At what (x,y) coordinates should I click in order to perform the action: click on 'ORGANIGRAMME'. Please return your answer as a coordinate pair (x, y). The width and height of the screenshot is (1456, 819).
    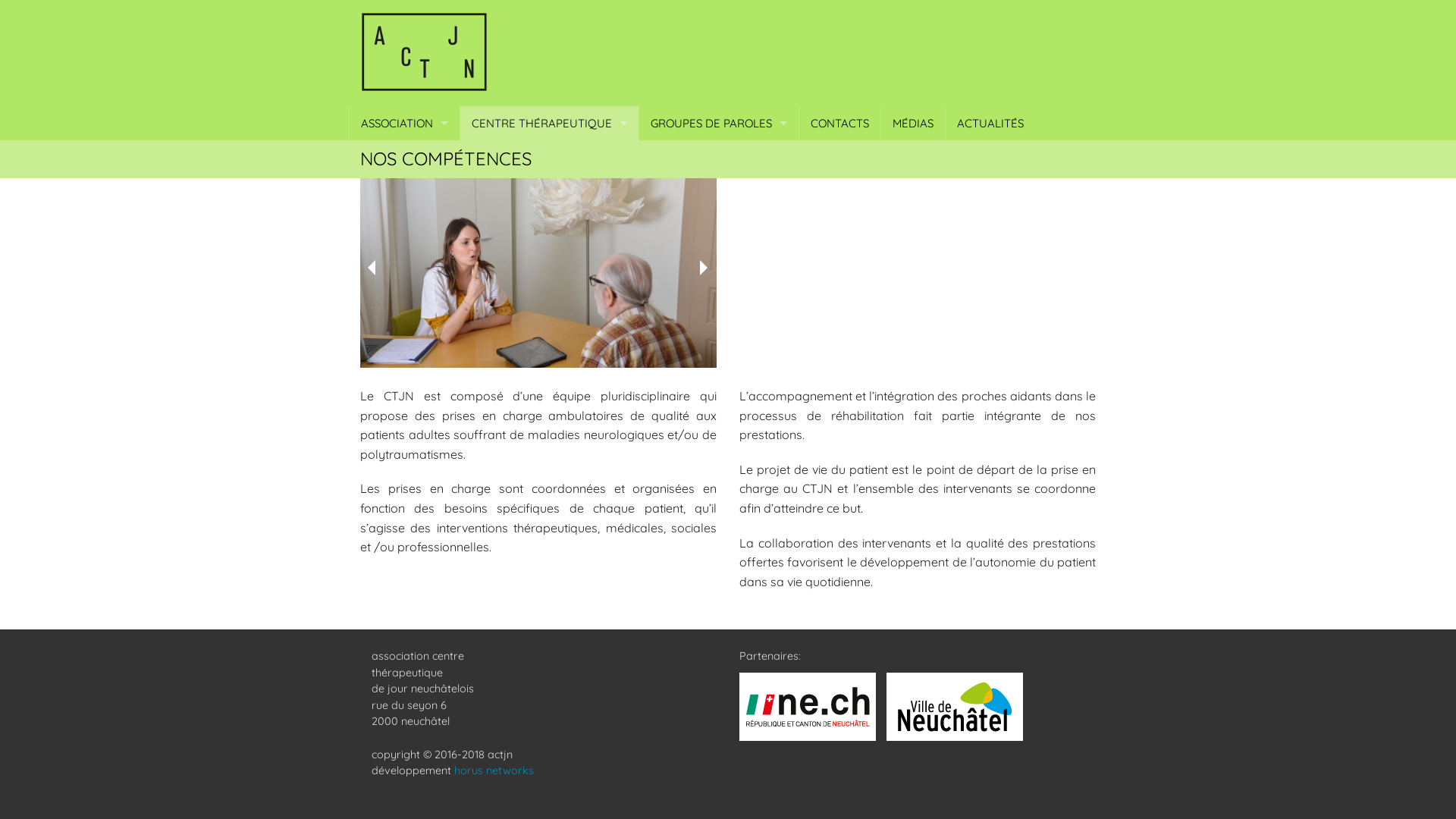
    Looking at the image, I should click on (404, 190).